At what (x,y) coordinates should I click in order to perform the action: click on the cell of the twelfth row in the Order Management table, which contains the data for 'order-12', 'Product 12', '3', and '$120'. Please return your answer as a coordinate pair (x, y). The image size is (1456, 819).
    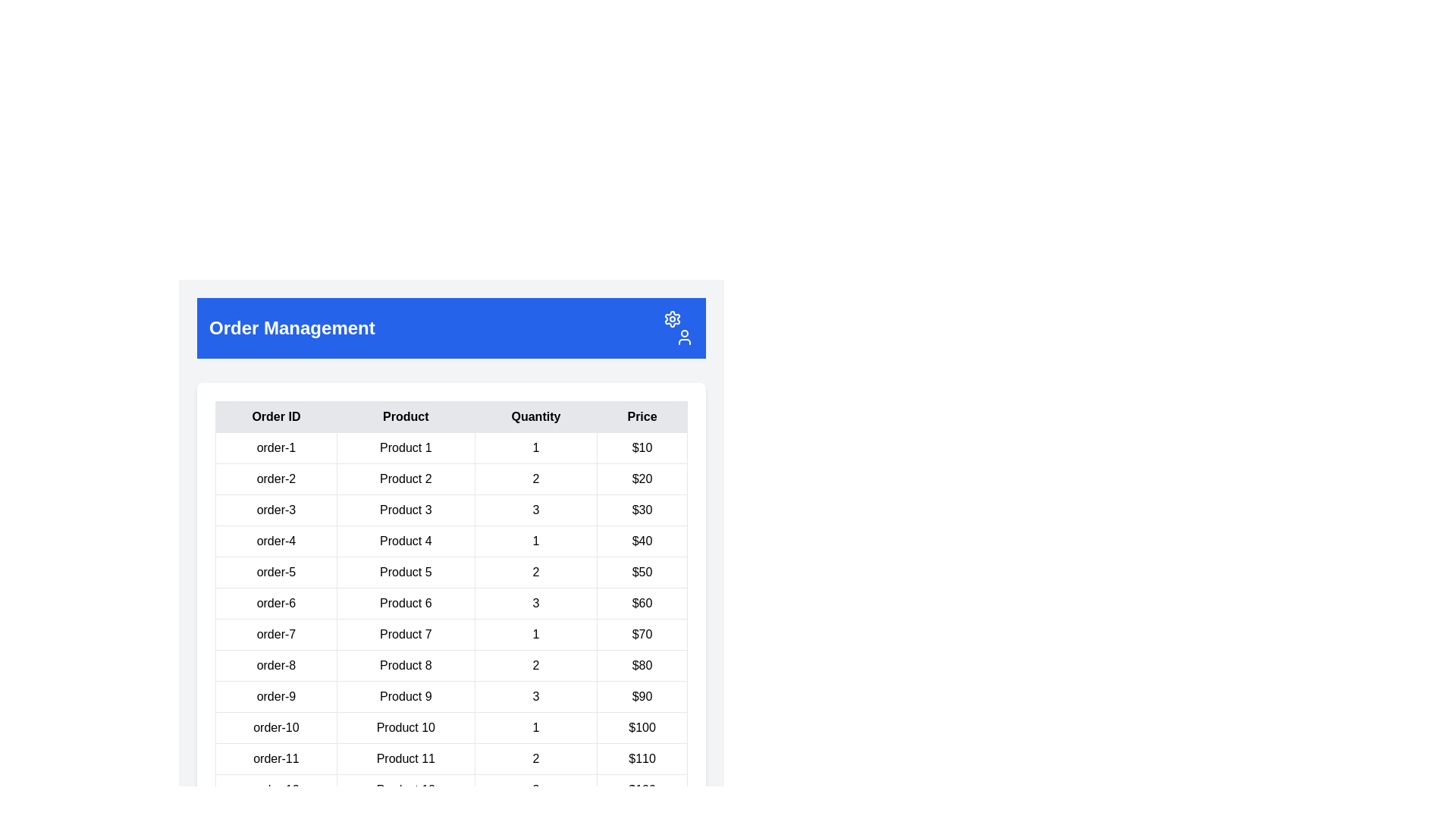
    Looking at the image, I should click on (450, 789).